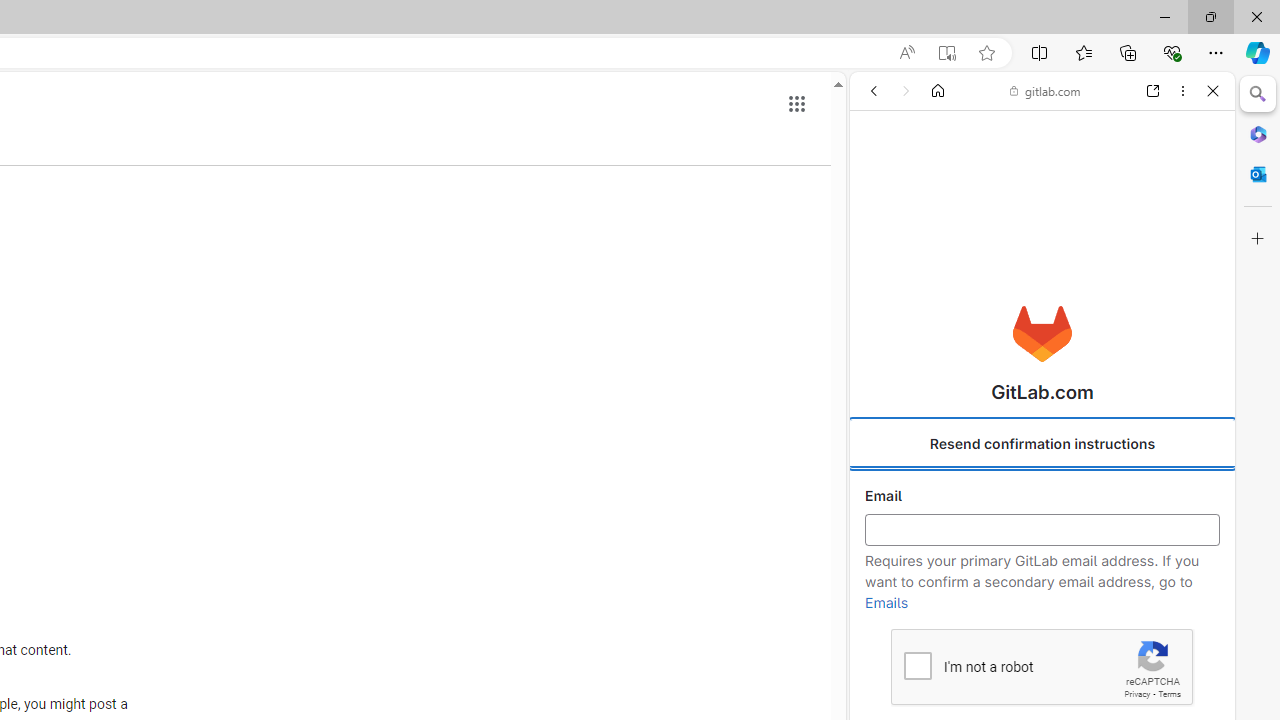  Describe the element at coordinates (1041, 495) in the screenshot. I see `'Login'` at that location.